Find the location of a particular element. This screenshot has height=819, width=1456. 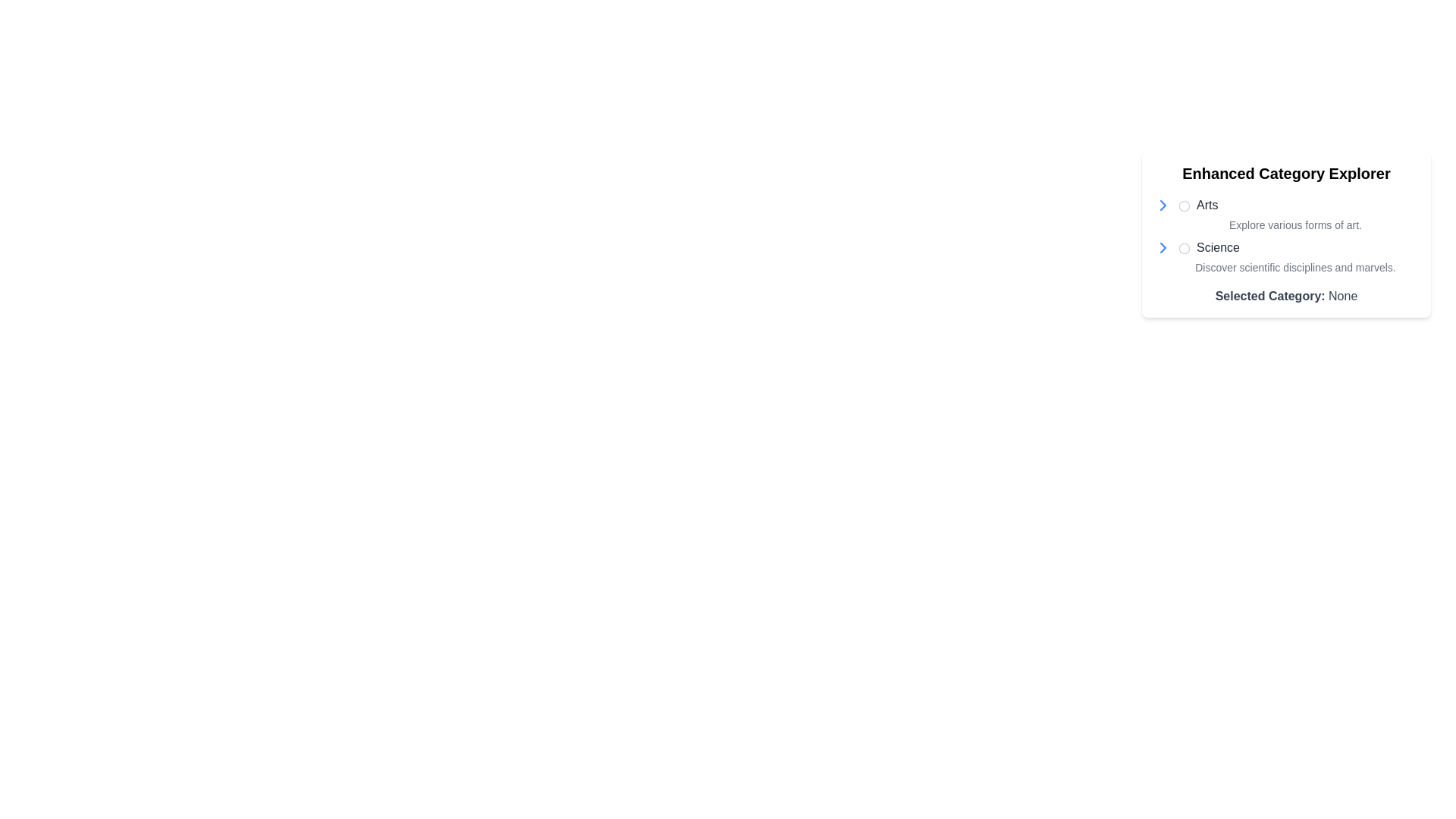

the Circle graphic within the SVG element that represents an unfilled checkbox next to the 'Science' category is located at coordinates (1183, 247).